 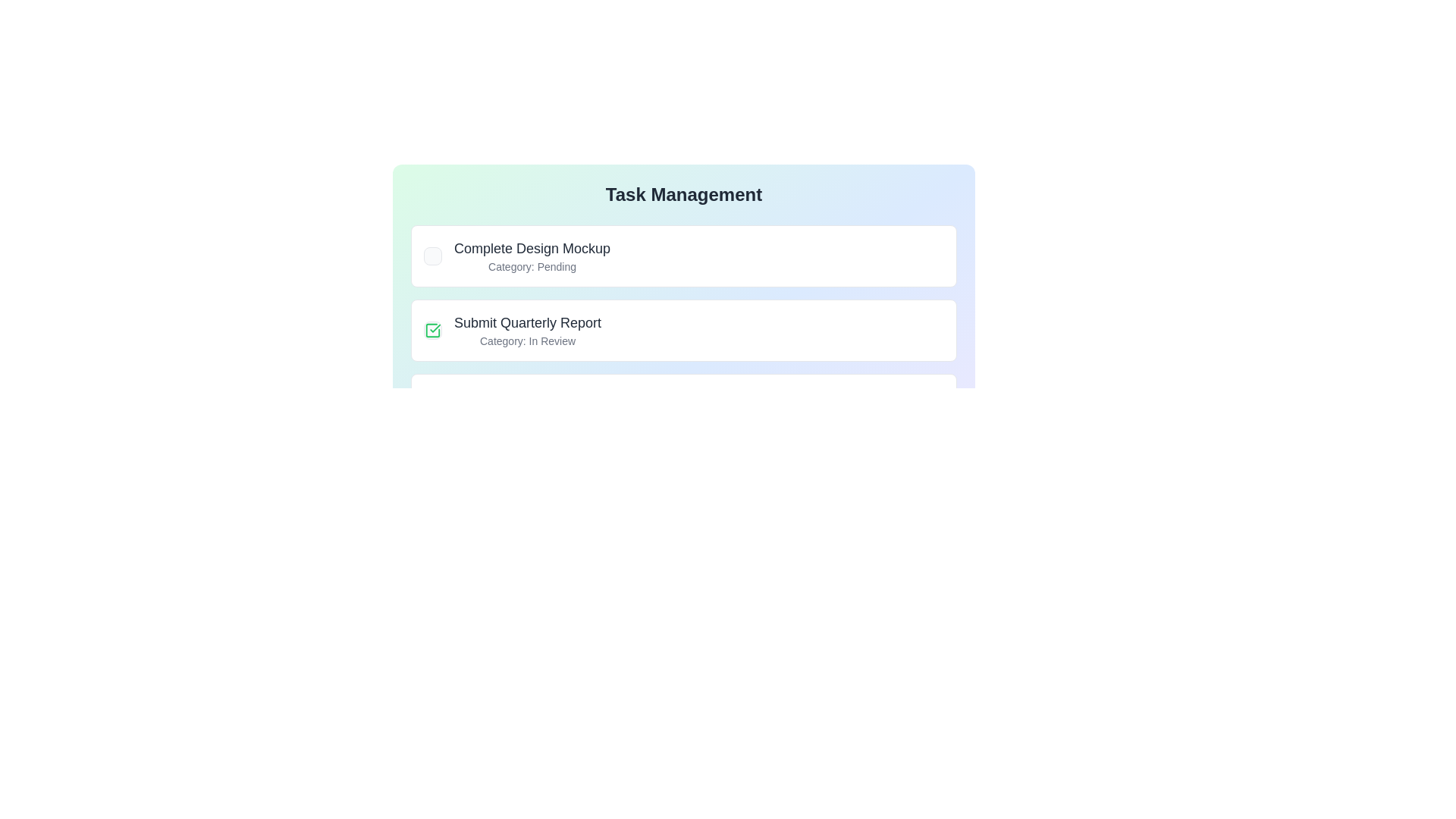 I want to click on the text label displaying 'Complete Design Mockup' and 'Category: Pending' for further interaction, so click(x=532, y=256).